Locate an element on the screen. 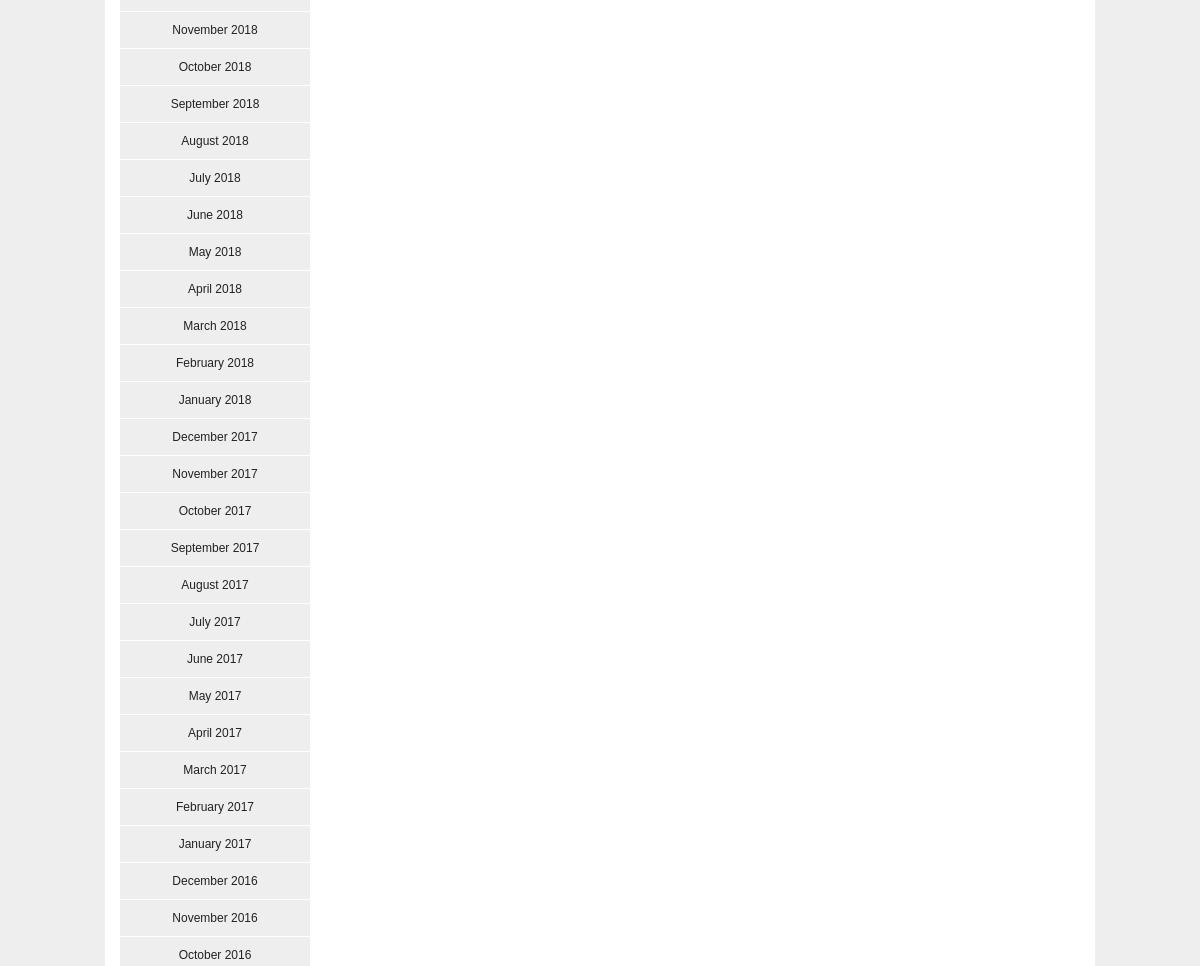 Image resolution: width=1200 pixels, height=966 pixels. 'May 2017' is located at coordinates (213, 695).